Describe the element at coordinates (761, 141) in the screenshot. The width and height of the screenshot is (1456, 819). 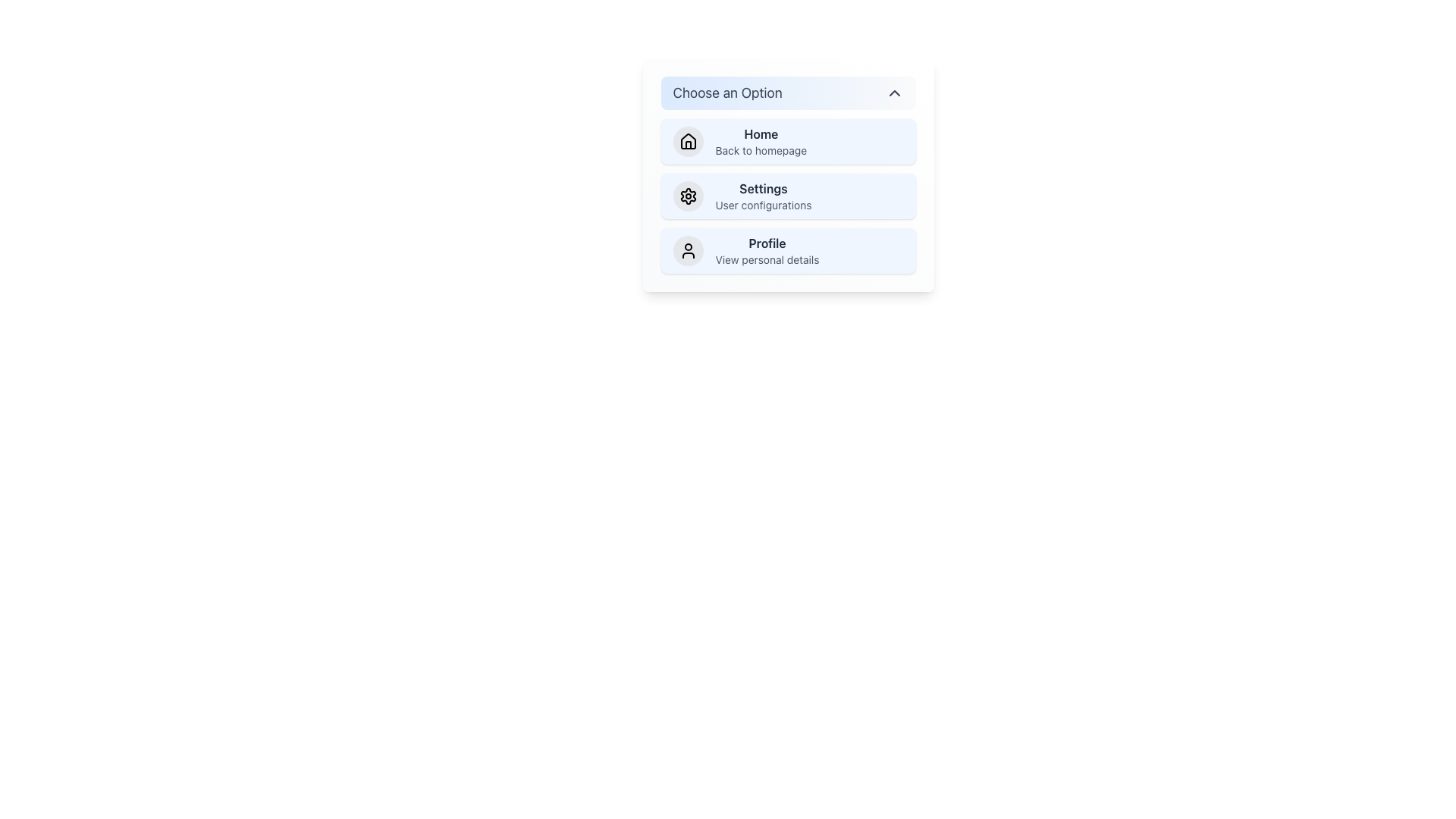
I see `the 'Home' label in the menu, which is the first item in a vertically stacked set of options` at that location.